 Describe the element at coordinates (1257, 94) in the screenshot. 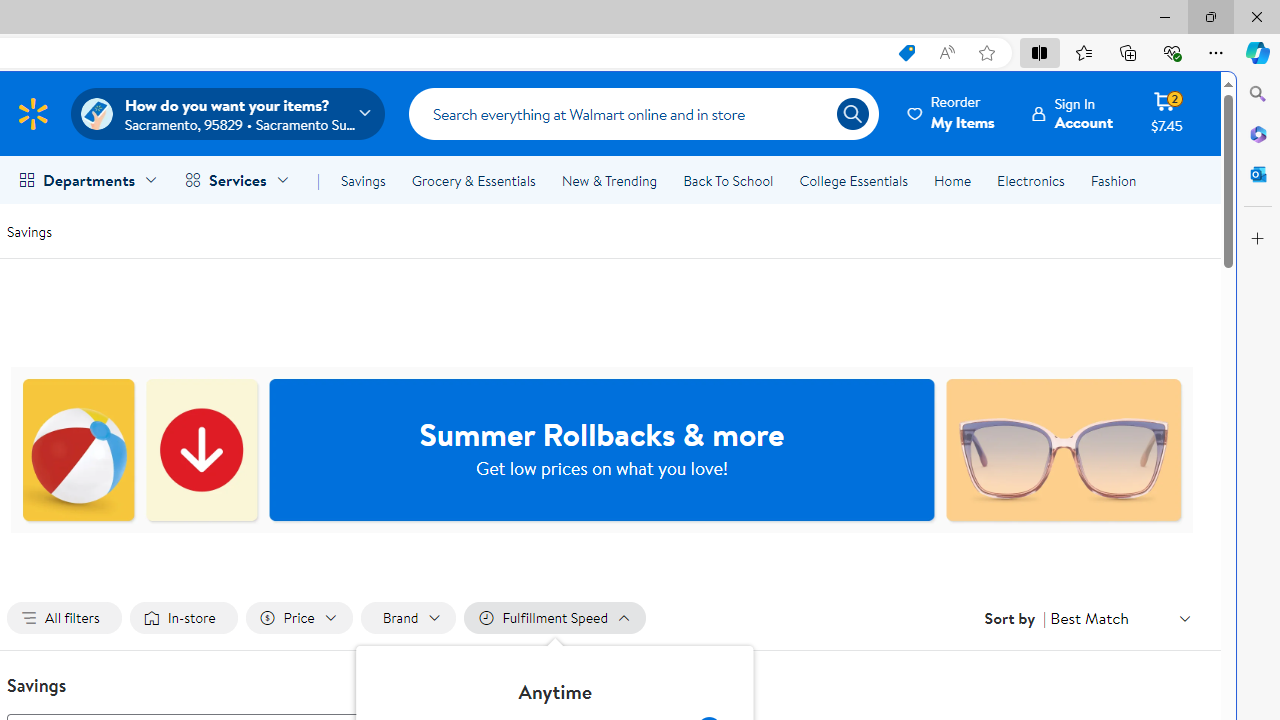

I see `'Close Search pane'` at that location.